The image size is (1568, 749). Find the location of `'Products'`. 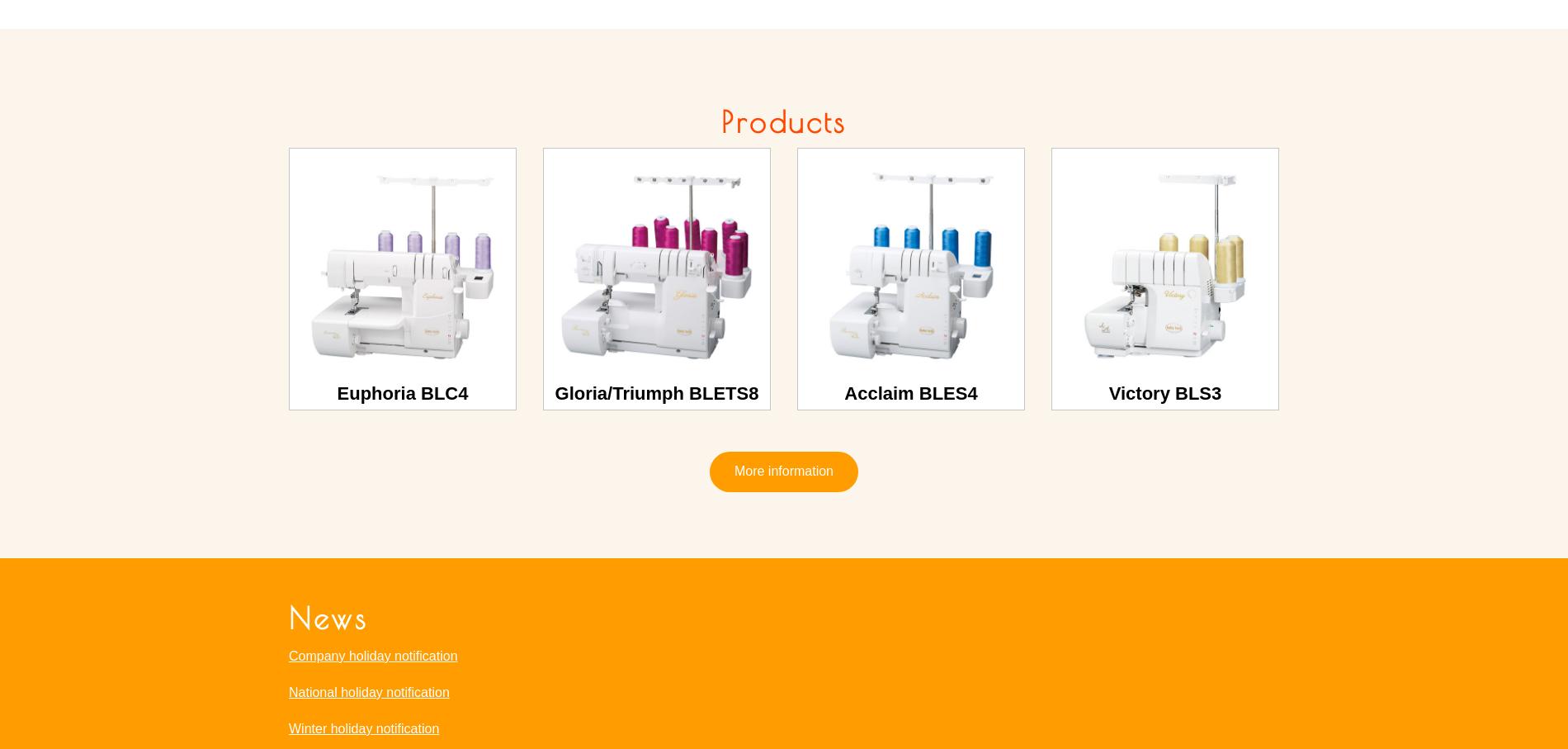

'Products' is located at coordinates (782, 121).